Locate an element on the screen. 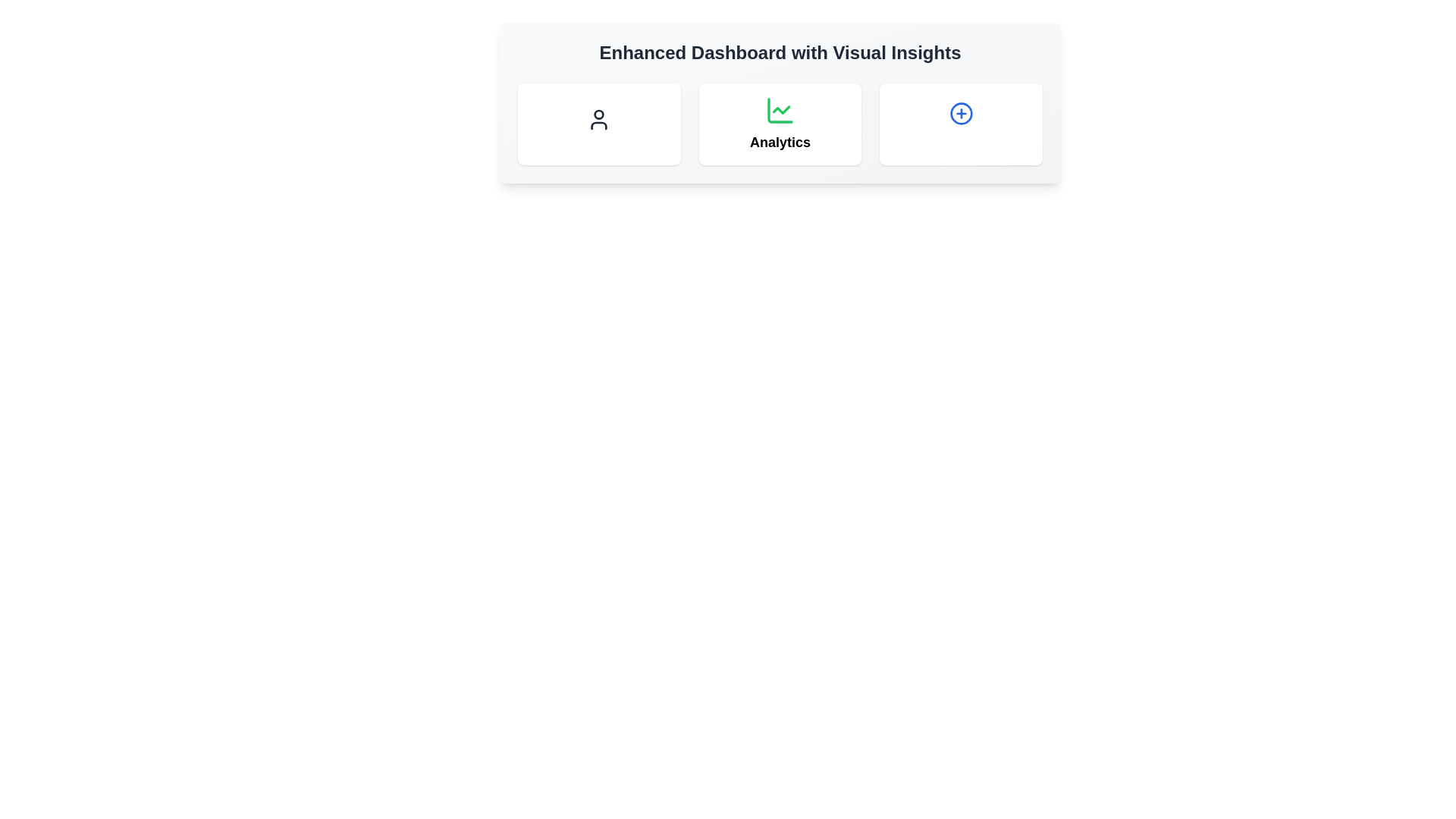 This screenshot has height=819, width=1456. the user icon button, which is the leftmost button in a horizontal row under the title 'Enhanced Dashboard with Visual Insights' is located at coordinates (598, 119).